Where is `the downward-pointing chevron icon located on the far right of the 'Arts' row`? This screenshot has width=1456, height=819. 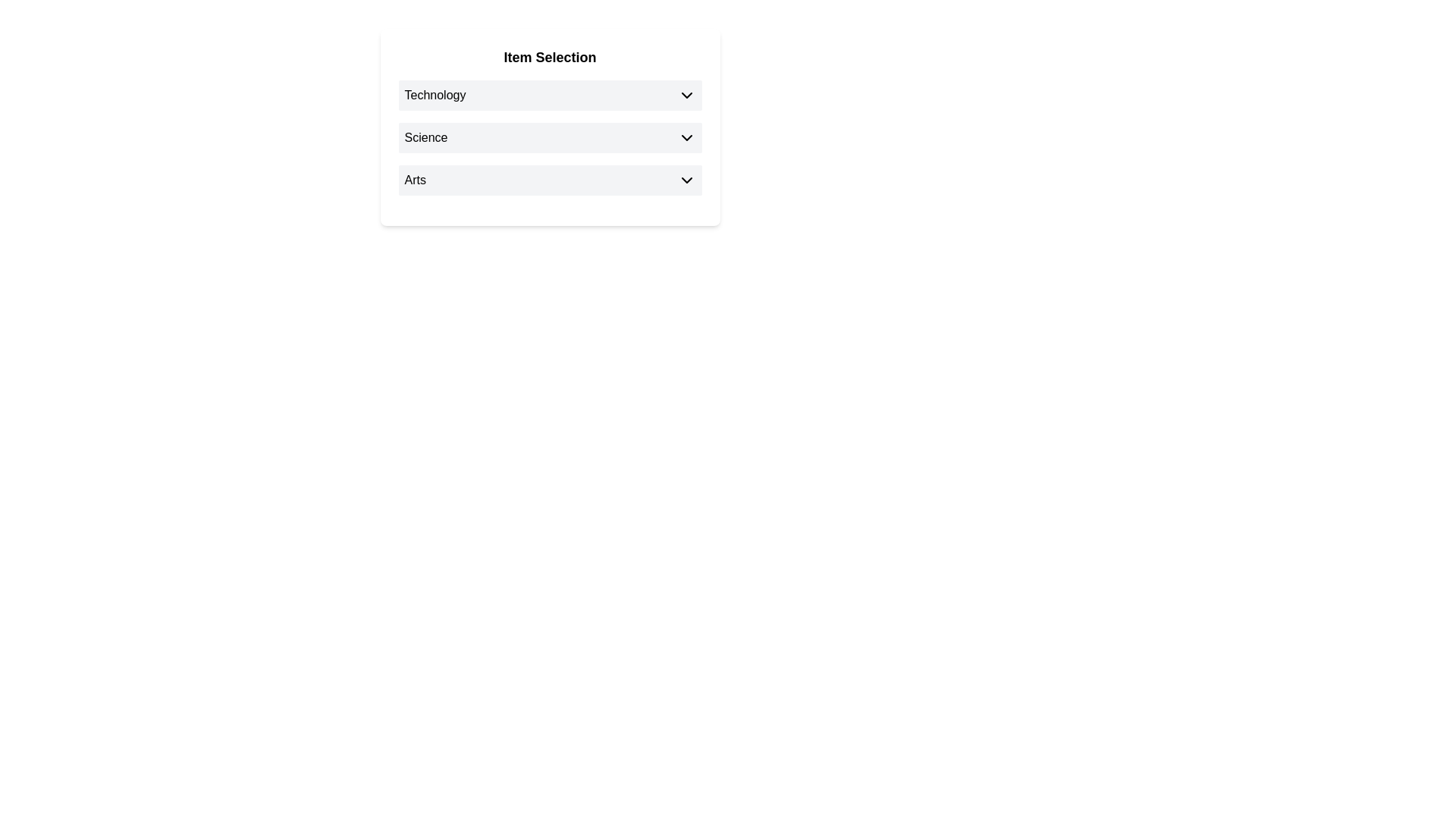
the downward-pointing chevron icon located on the far right of the 'Arts' row is located at coordinates (686, 180).